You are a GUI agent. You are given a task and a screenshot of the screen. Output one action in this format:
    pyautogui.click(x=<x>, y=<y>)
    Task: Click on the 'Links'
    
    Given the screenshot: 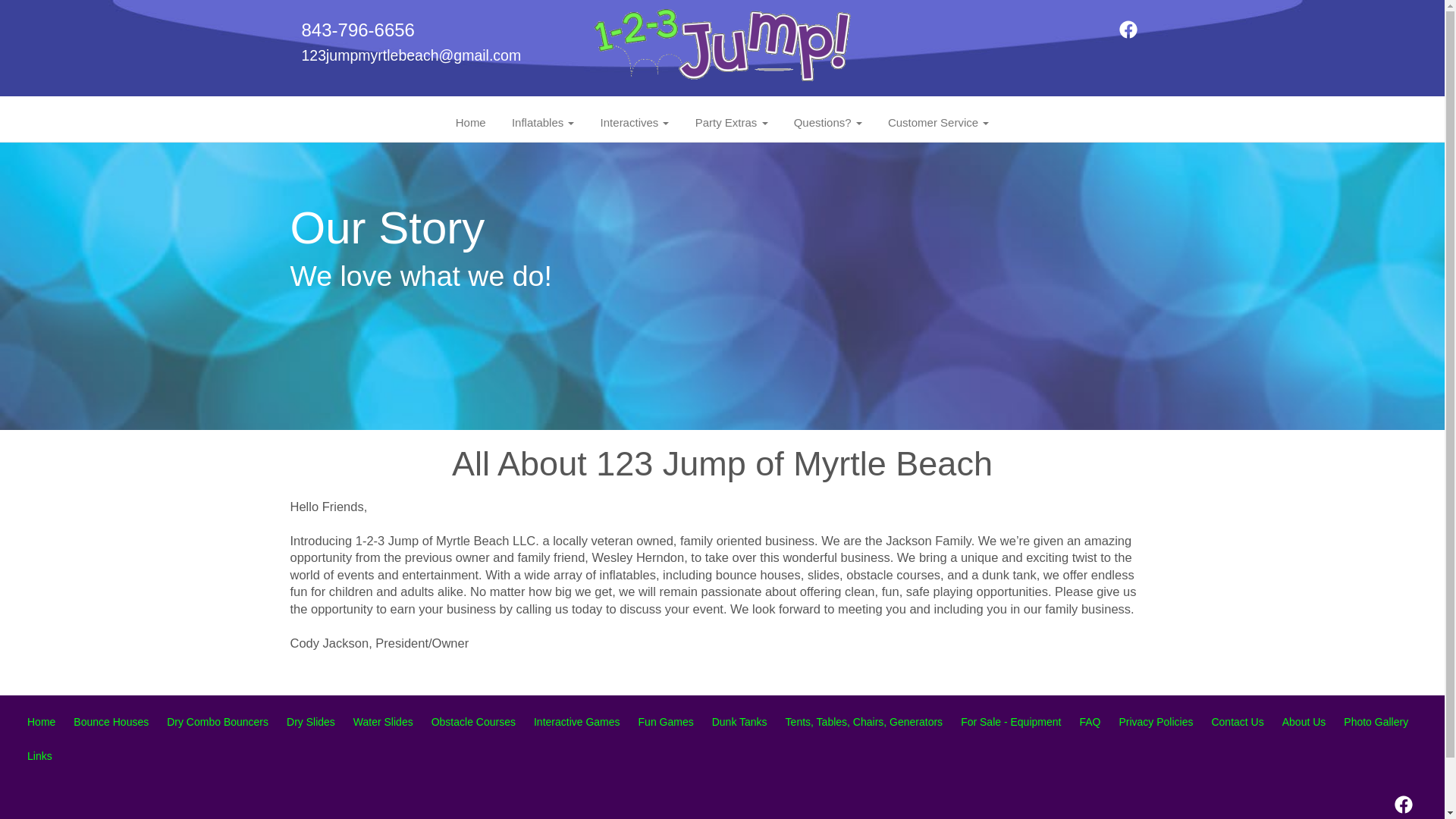 What is the action you would take?
    pyautogui.click(x=39, y=755)
    